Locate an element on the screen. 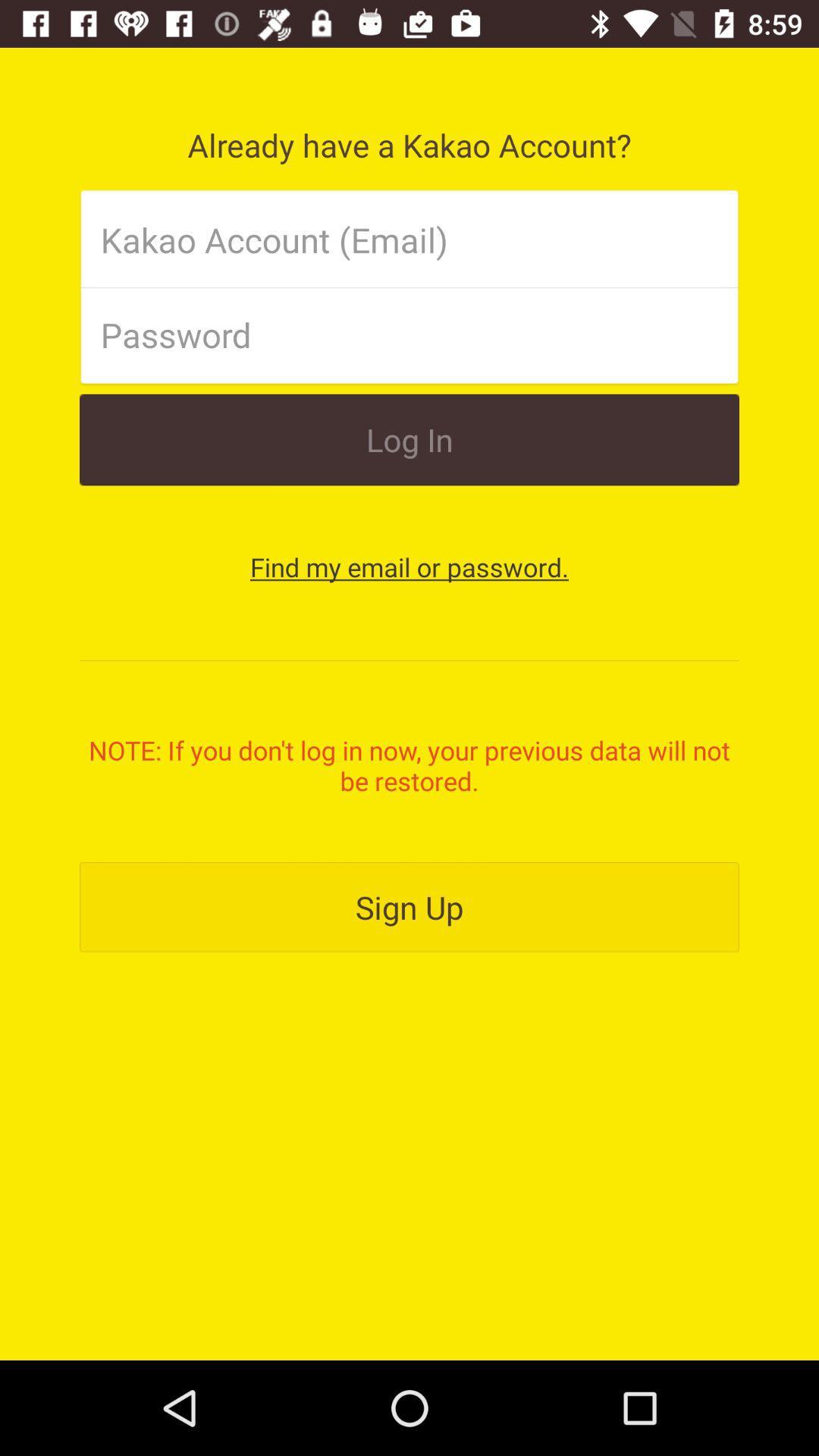 The height and width of the screenshot is (1456, 819). sign up item is located at coordinates (409, 907).